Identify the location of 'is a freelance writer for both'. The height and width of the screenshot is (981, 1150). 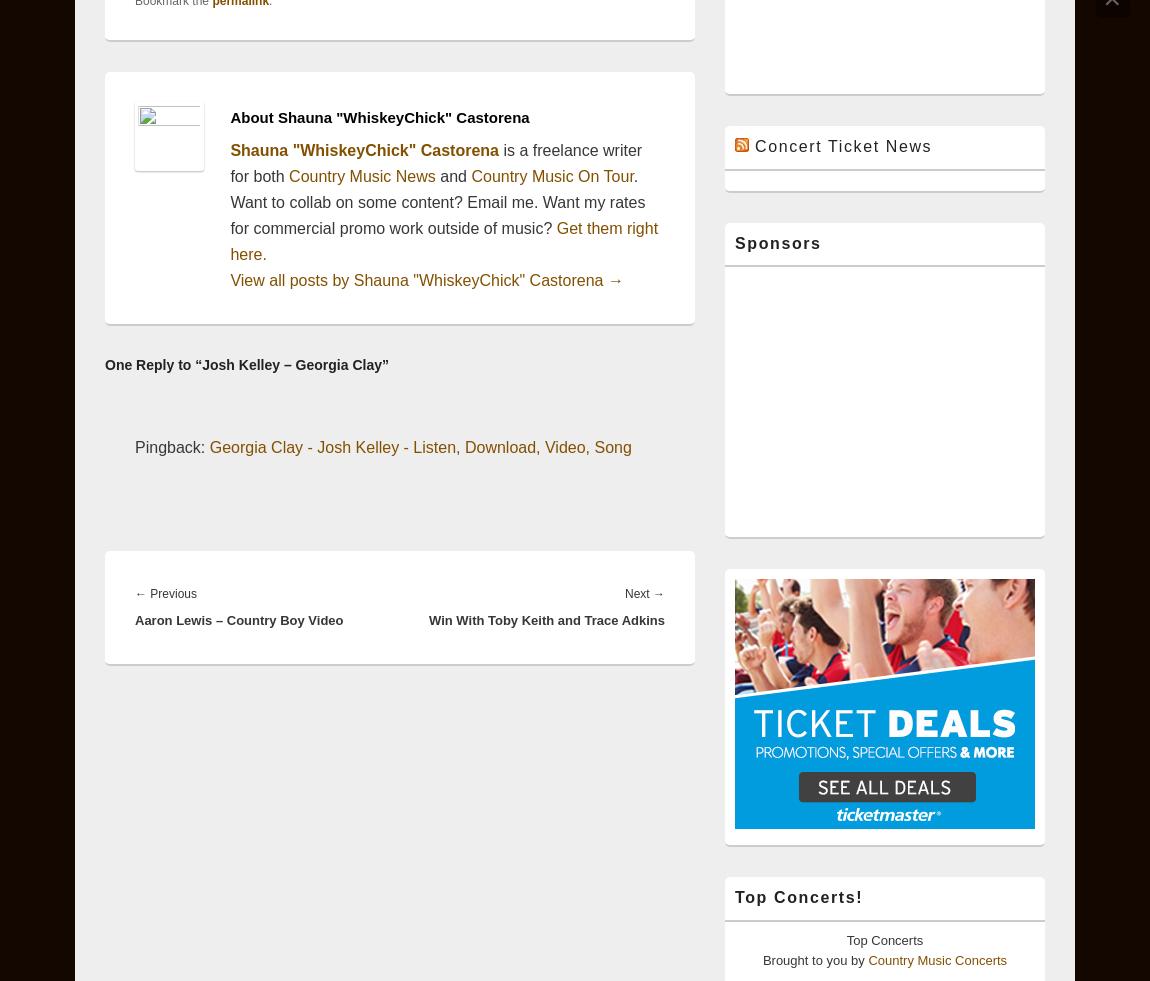
(435, 162).